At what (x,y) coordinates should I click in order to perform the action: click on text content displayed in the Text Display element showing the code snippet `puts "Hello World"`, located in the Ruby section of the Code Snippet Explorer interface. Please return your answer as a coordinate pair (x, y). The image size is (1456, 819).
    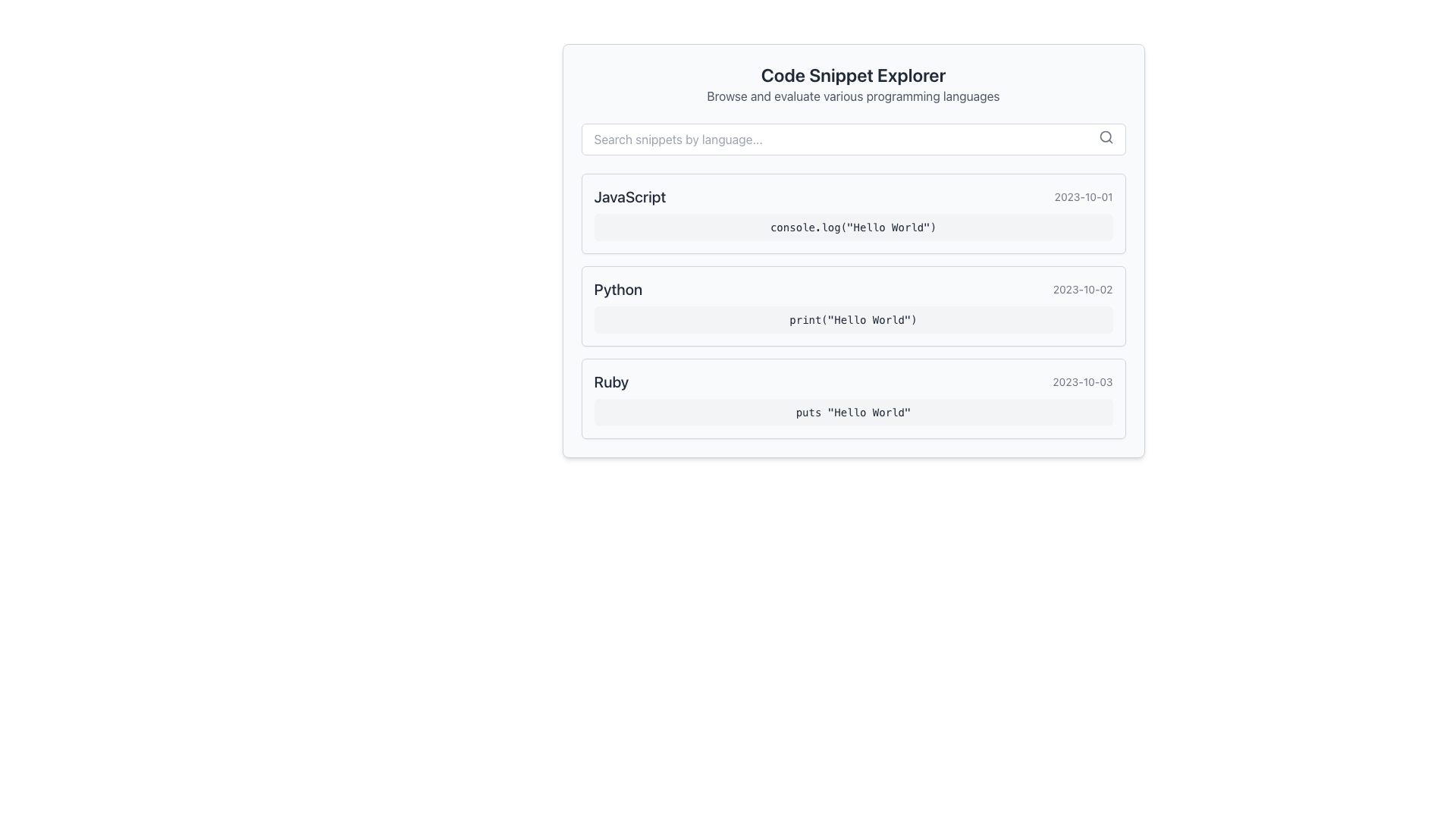
    Looking at the image, I should click on (853, 412).